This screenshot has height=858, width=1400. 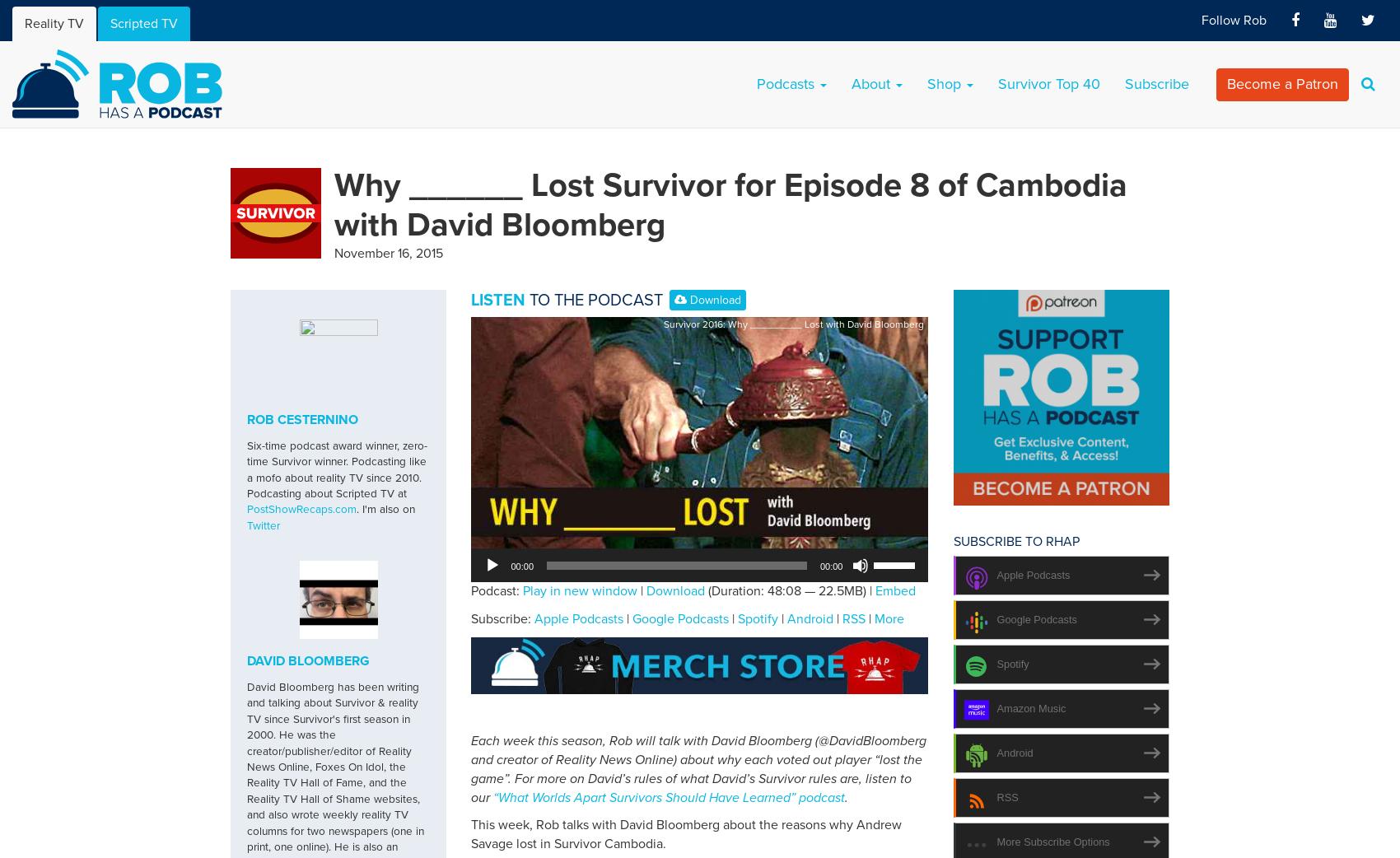 What do you see at coordinates (1030, 707) in the screenshot?
I see `'Amazon Music'` at bounding box center [1030, 707].